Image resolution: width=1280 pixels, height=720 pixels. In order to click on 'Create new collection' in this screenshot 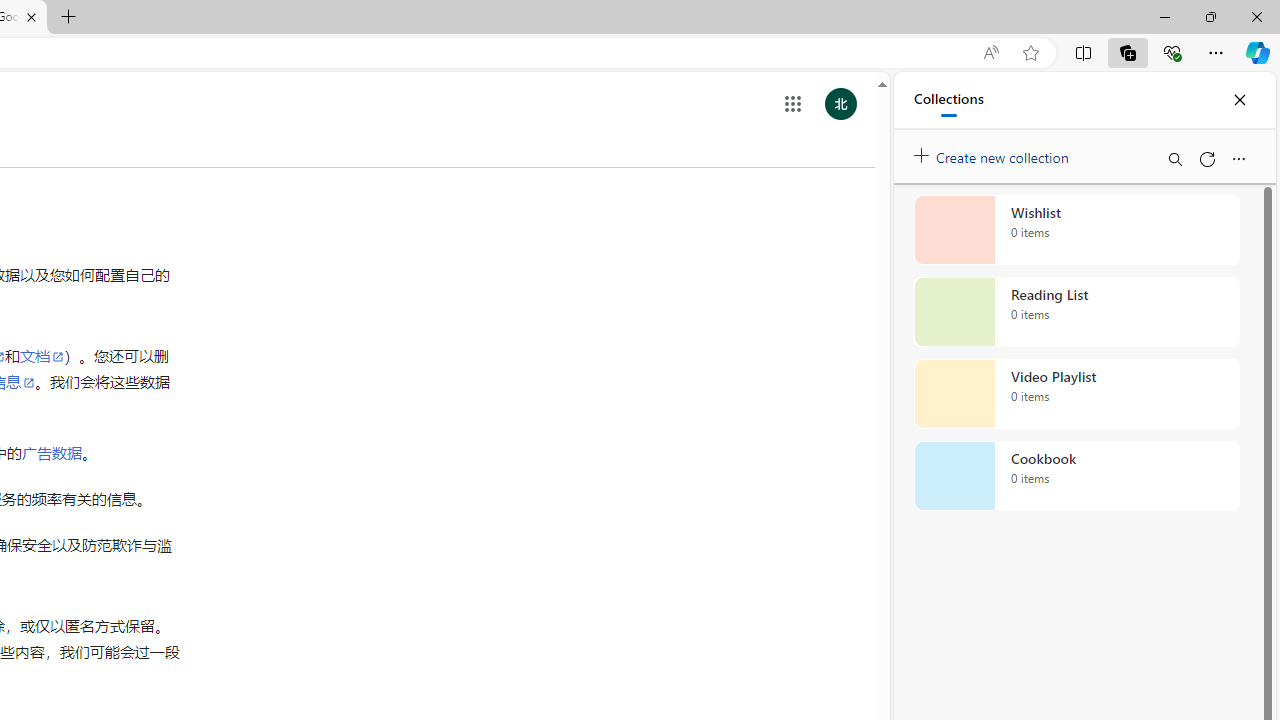, I will do `click(995, 152)`.